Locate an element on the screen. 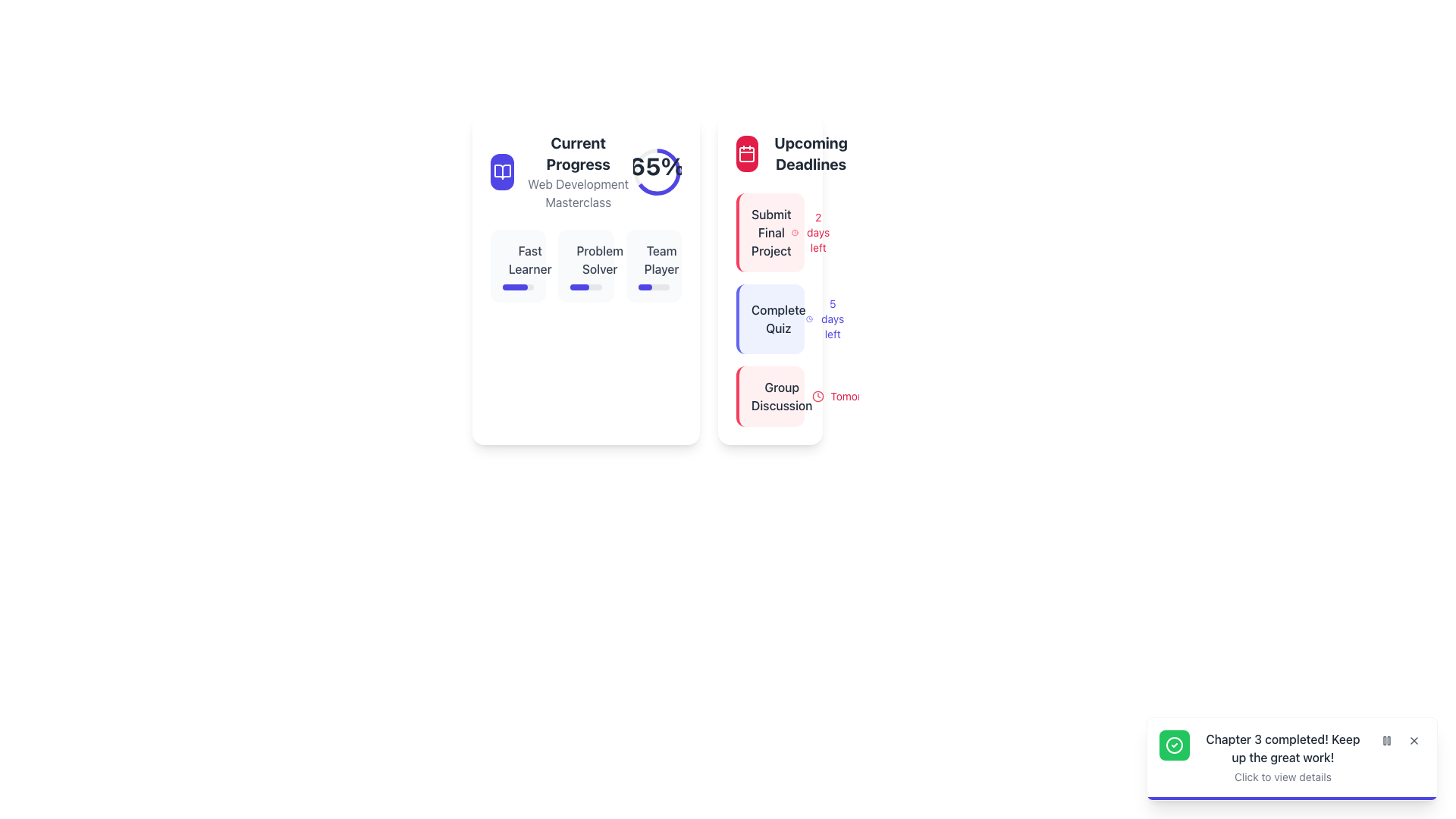 The image size is (1456, 819). the Text Label that provides context for the 'Current Progress' section, which is centered beneath the 'Current Progress' heading is located at coordinates (577, 192).